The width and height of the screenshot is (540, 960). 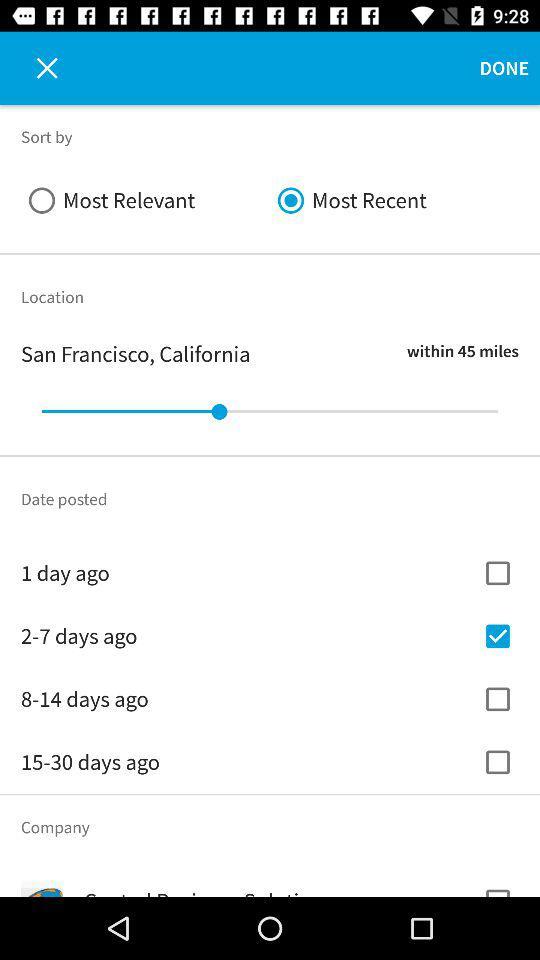 What do you see at coordinates (394, 200) in the screenshot?
I see `item below sort by` at bounding box center [394, 200].